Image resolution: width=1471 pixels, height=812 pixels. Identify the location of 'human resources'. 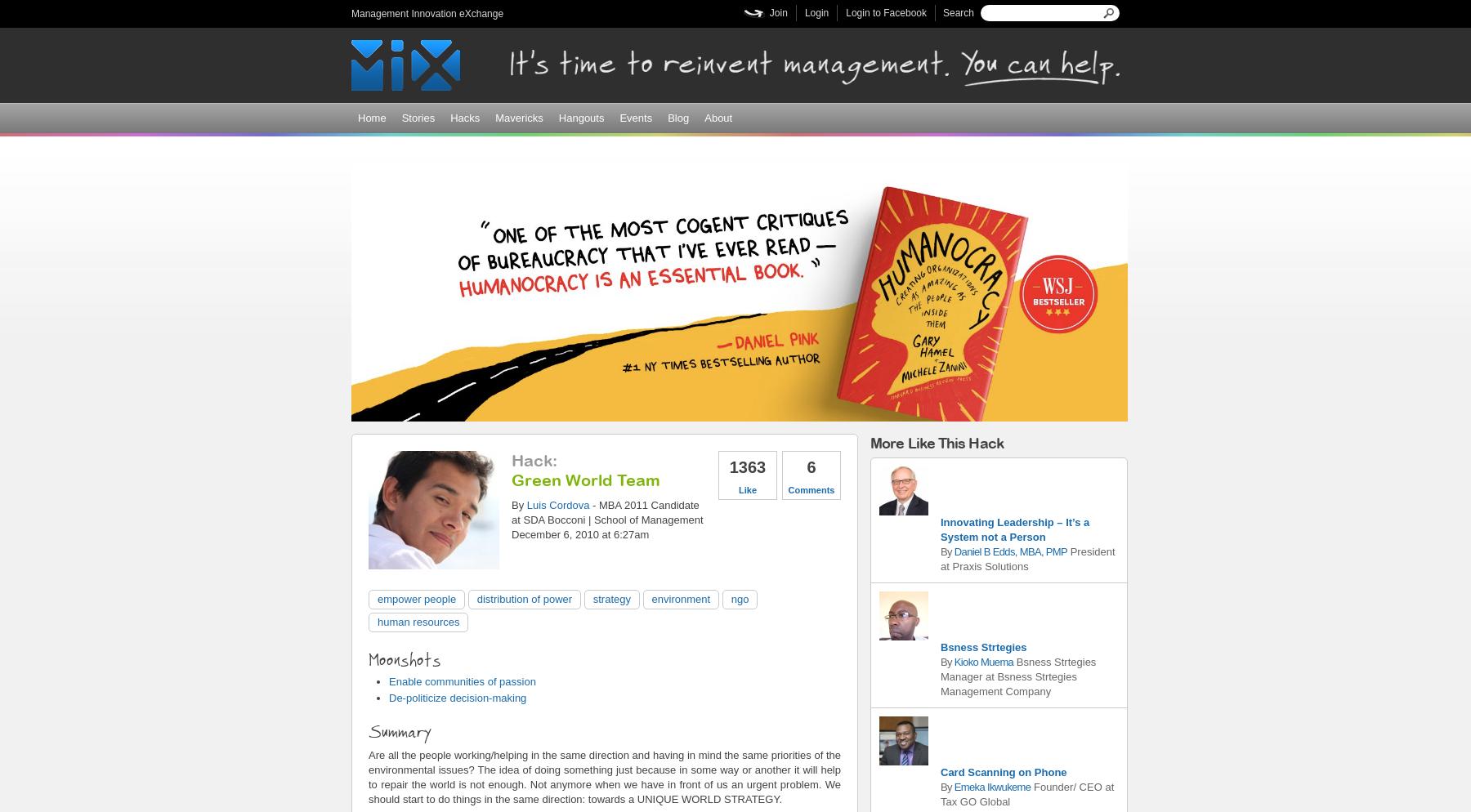
(417, 620).